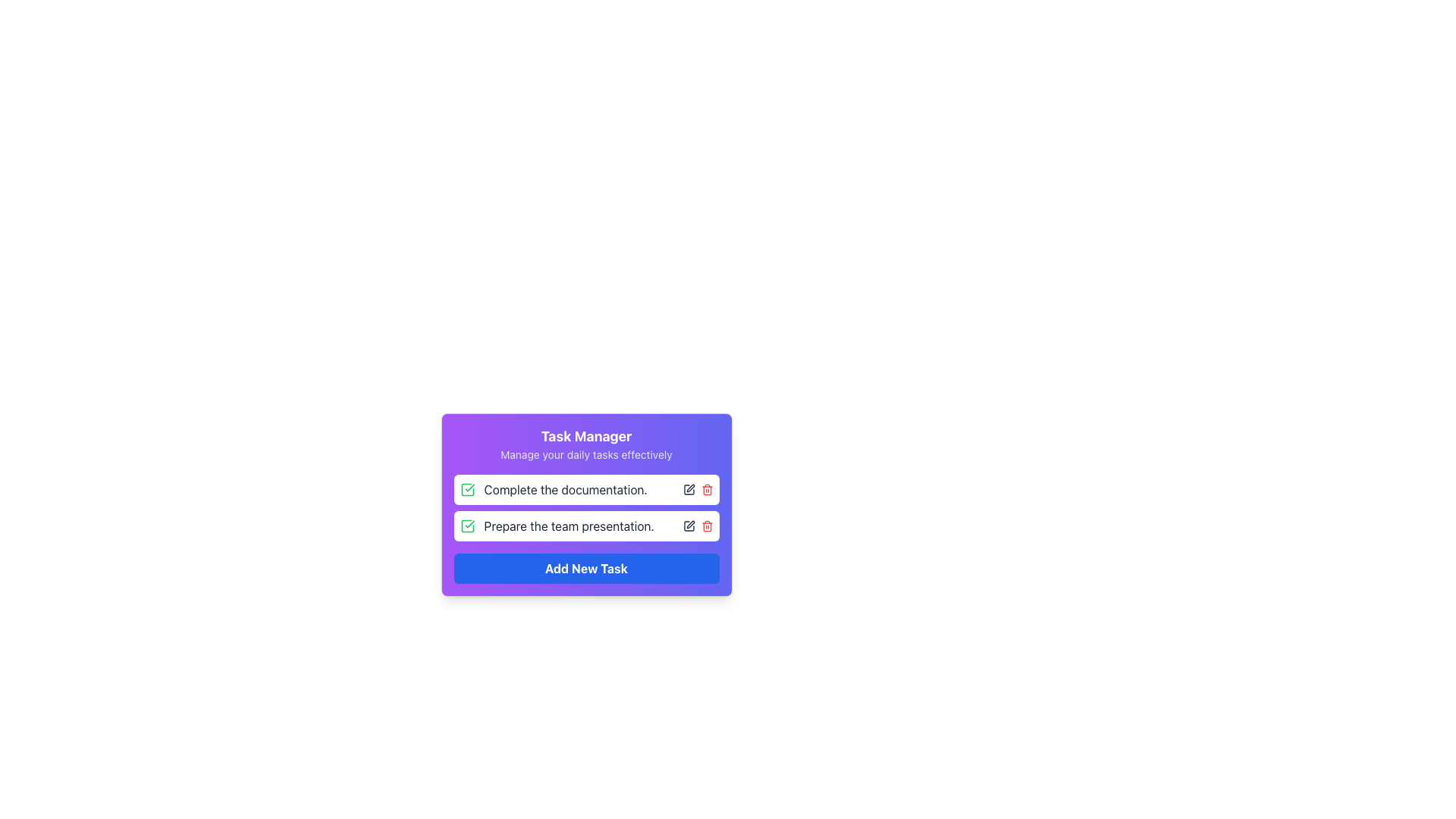 This screenshot has height=819, width=1456. Describe the element at coordinates (689, 523) in the screenshot. I see `the edit icon button, which is a vector icon of a pen tilted diagonally, located to the right of a task label in the interface` at that location.